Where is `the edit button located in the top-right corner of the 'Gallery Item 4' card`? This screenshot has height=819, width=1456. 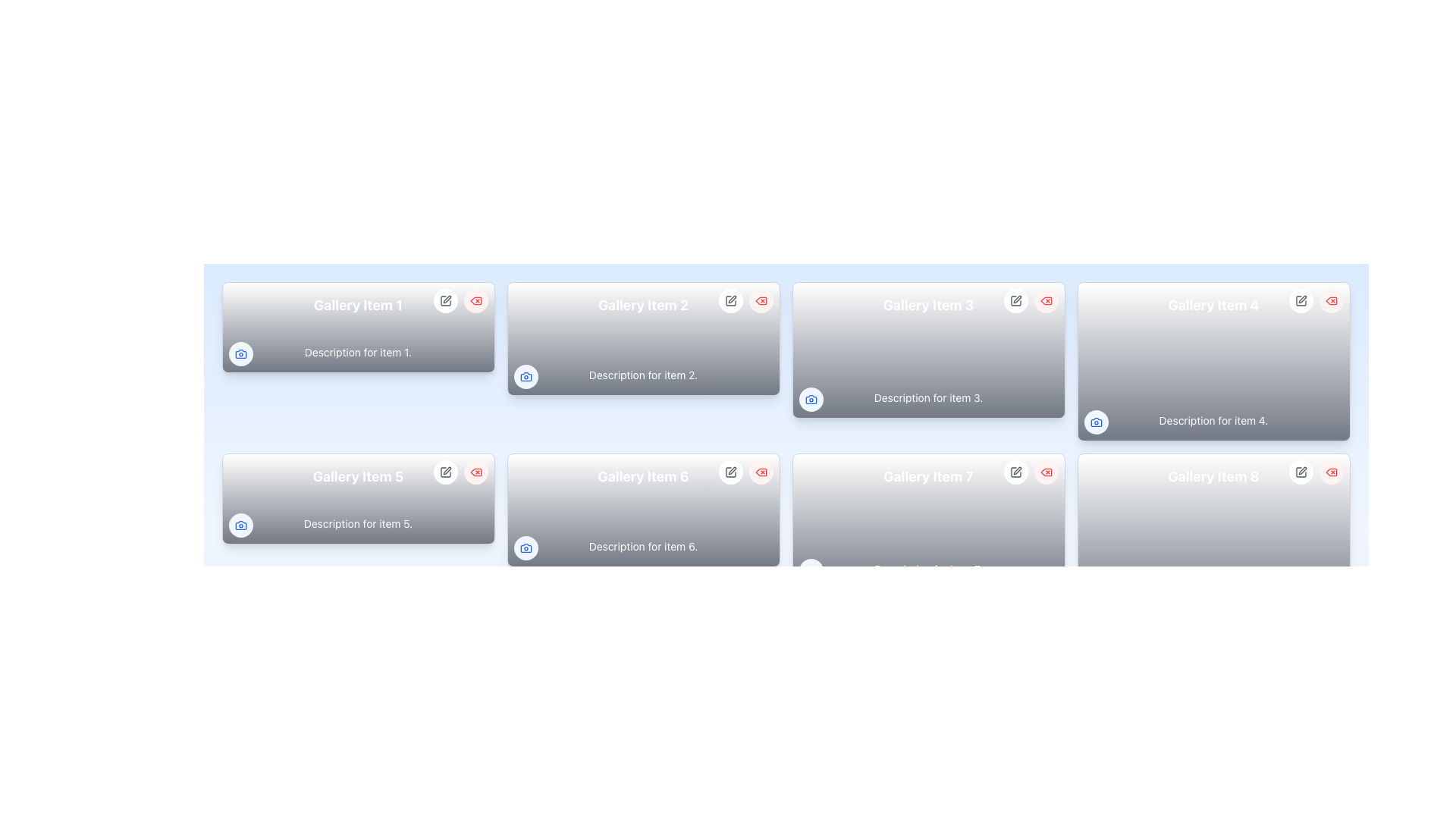
the edit button located in the top-right corner of the 'Gallery Item 4' card is located at coordinates (1300, 301).